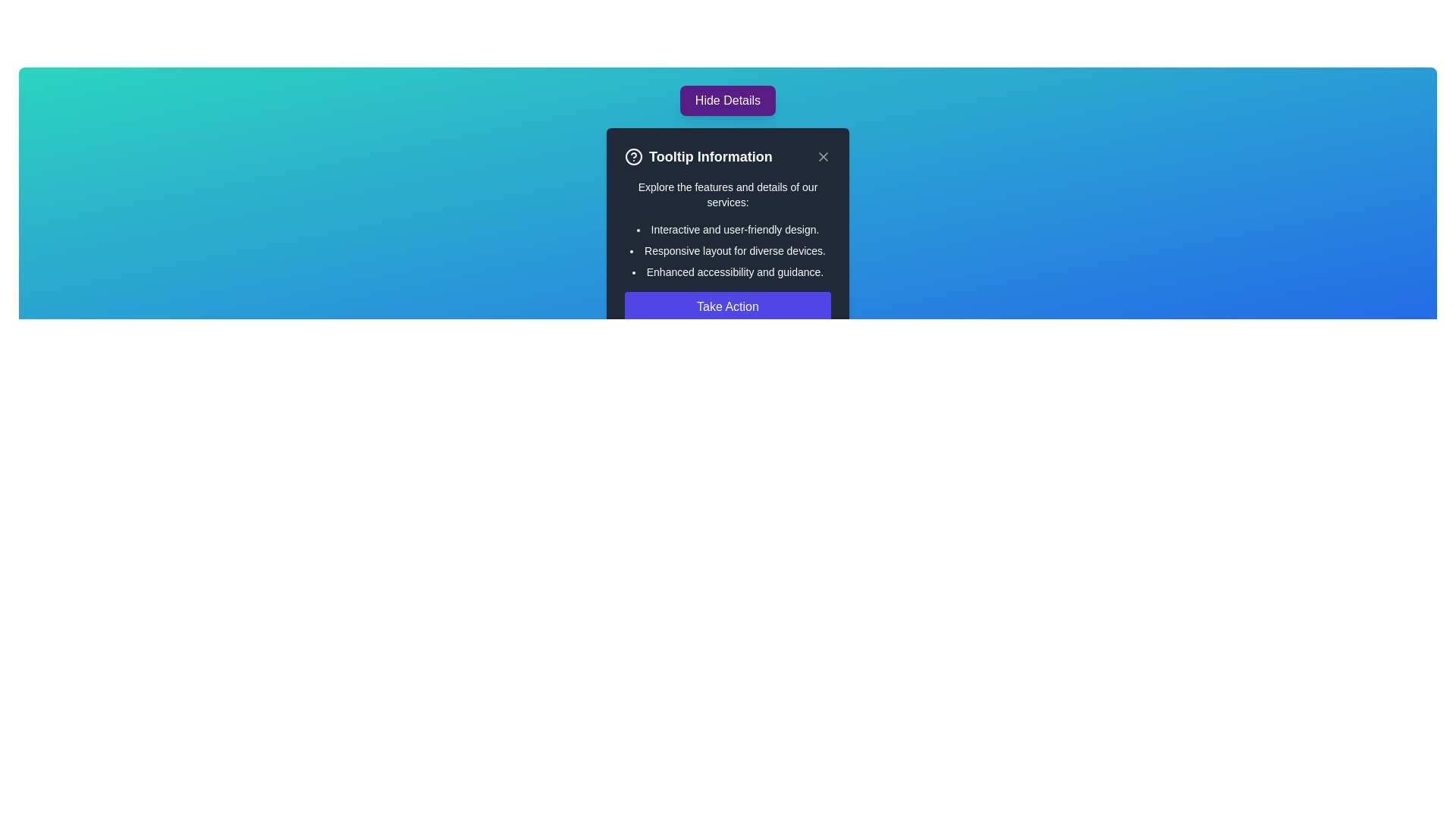  I want to click on the third item in the bulleted list that displays the phrase 'Enhanced accessibility and guidance.', so click(728, 271).